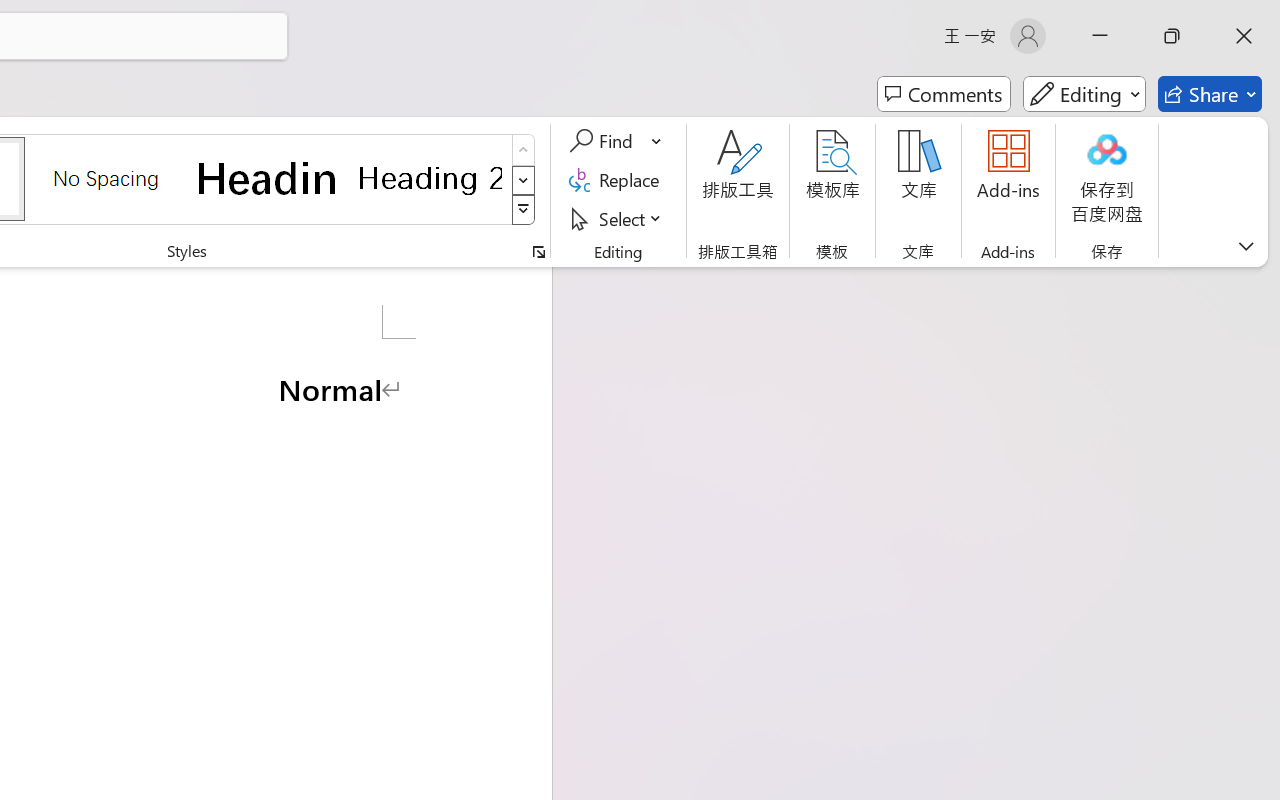 Image resolution: width=1280 pixels, height=800 pixels. I want to click on 'Replace...', so click(616, 179).